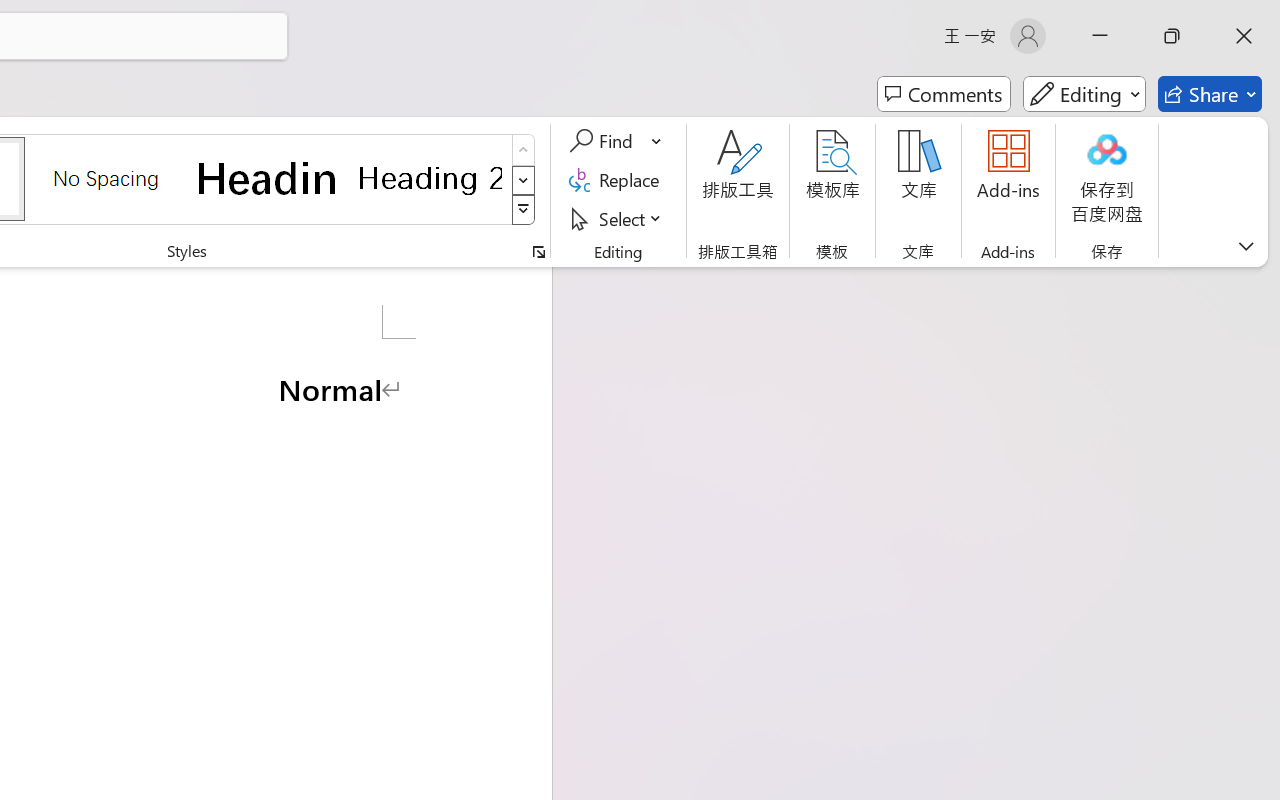 Image resolution: width=1280 pixels, height=800 pixels. I want to click on 'Replace...', so click(616, 179).